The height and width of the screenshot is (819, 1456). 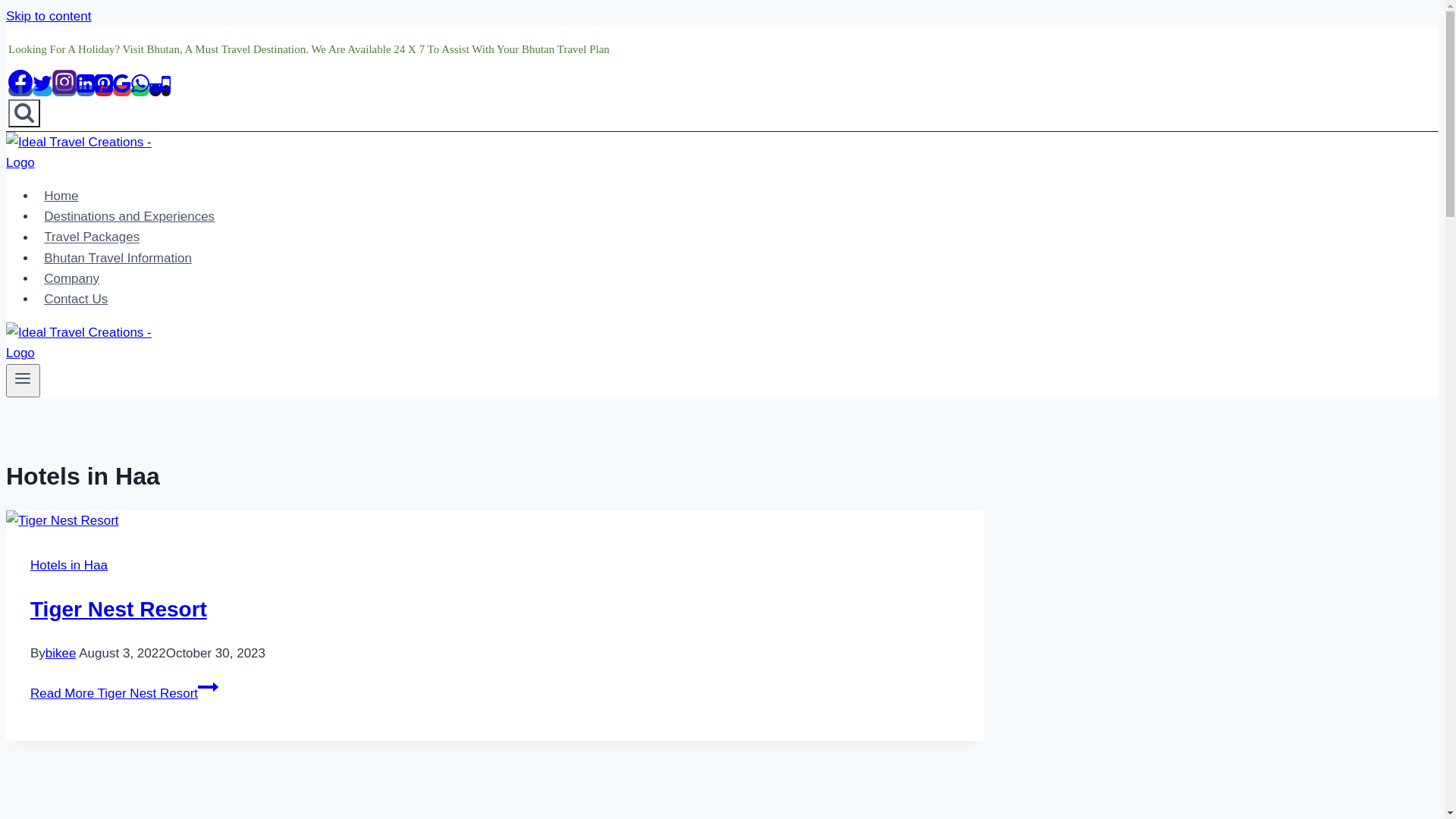 What do you see at coordinates (64, 90) in the screenshot?
I see `'Instagram'` at bounding box center [64, 90].